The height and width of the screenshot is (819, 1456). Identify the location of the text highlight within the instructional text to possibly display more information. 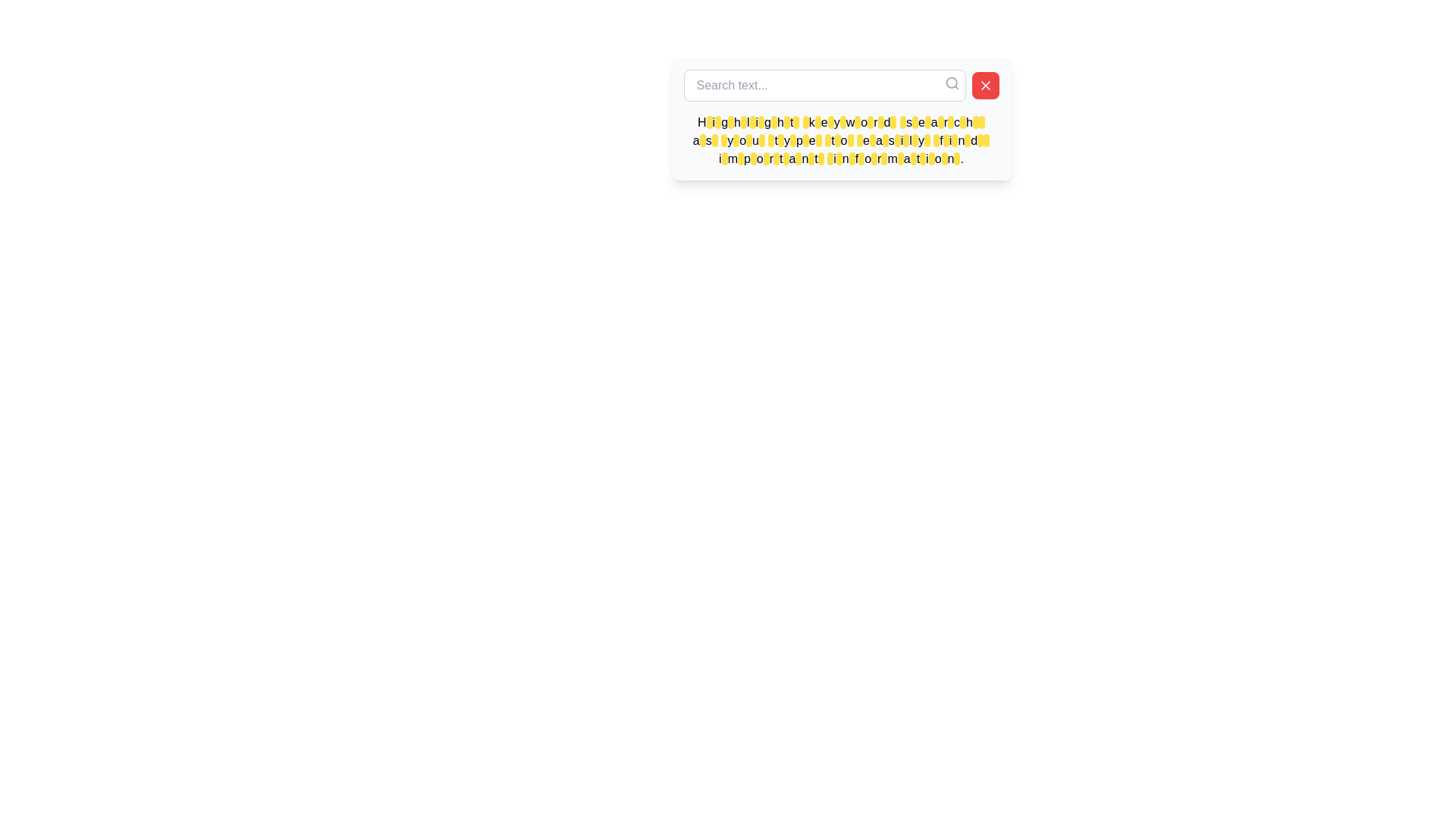
(874, 158).